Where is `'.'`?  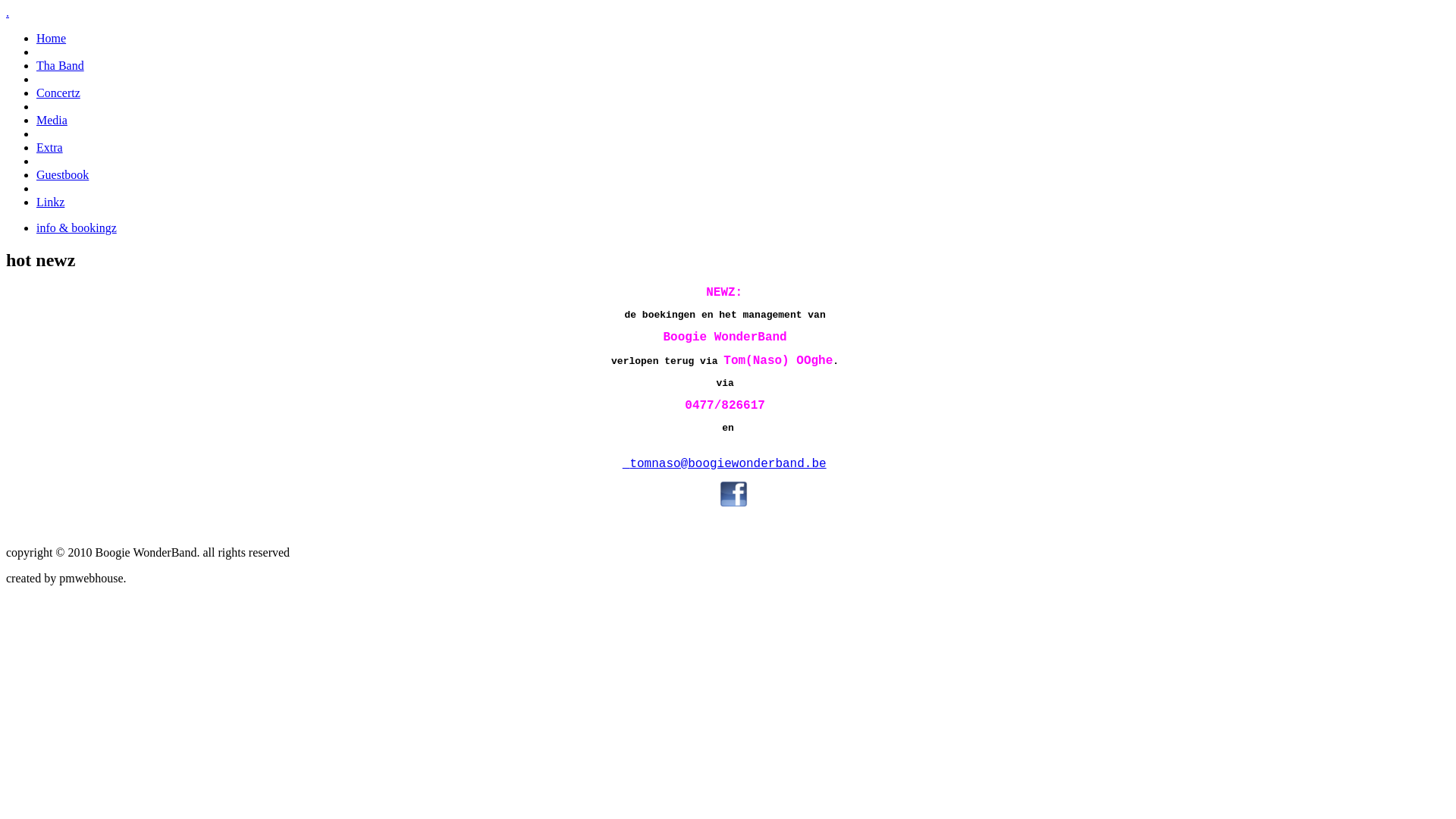 '.' is located at coordinates (7, 12).